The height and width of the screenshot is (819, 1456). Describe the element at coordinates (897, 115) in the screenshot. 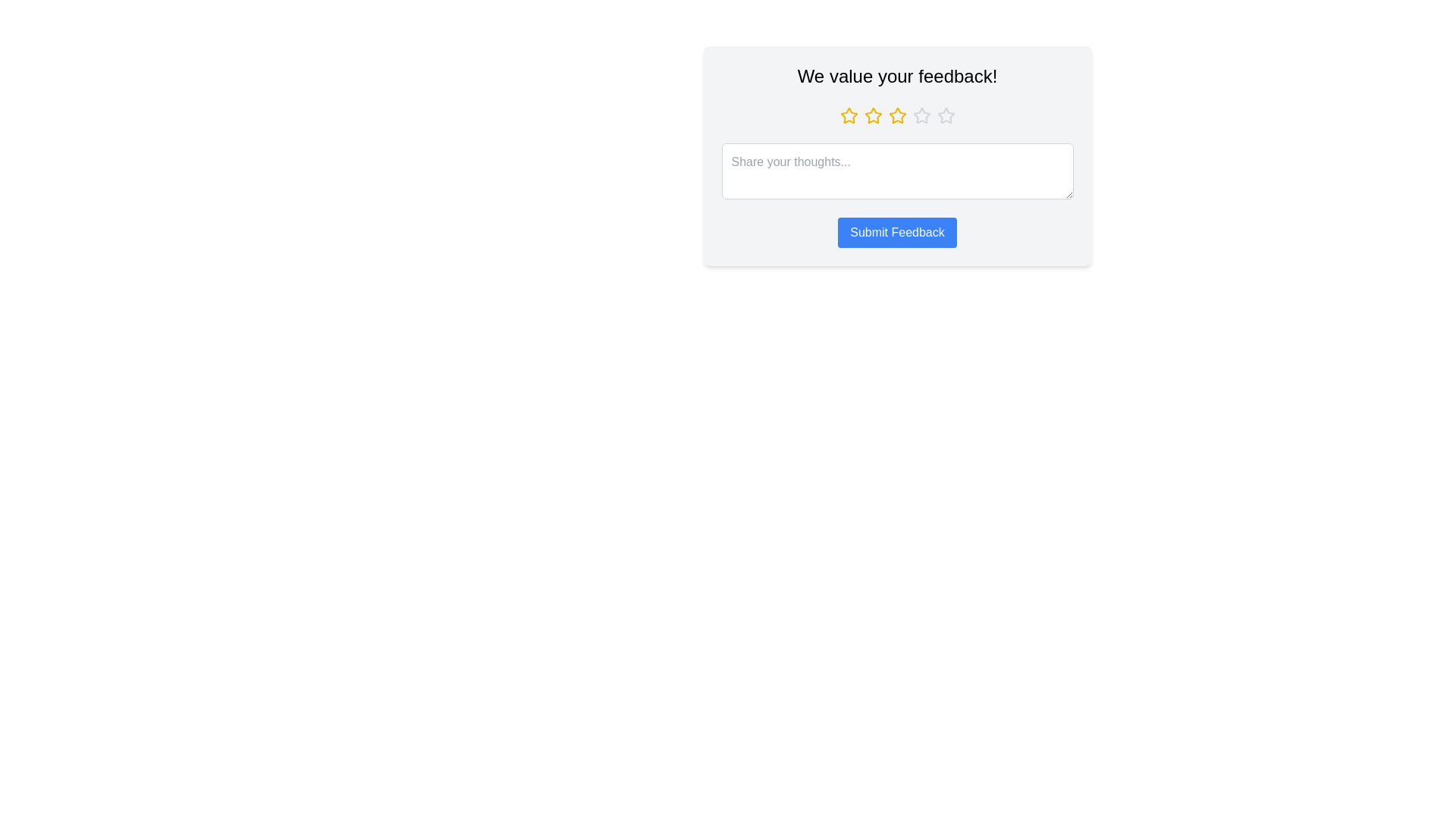

I see `the third star` at that location.